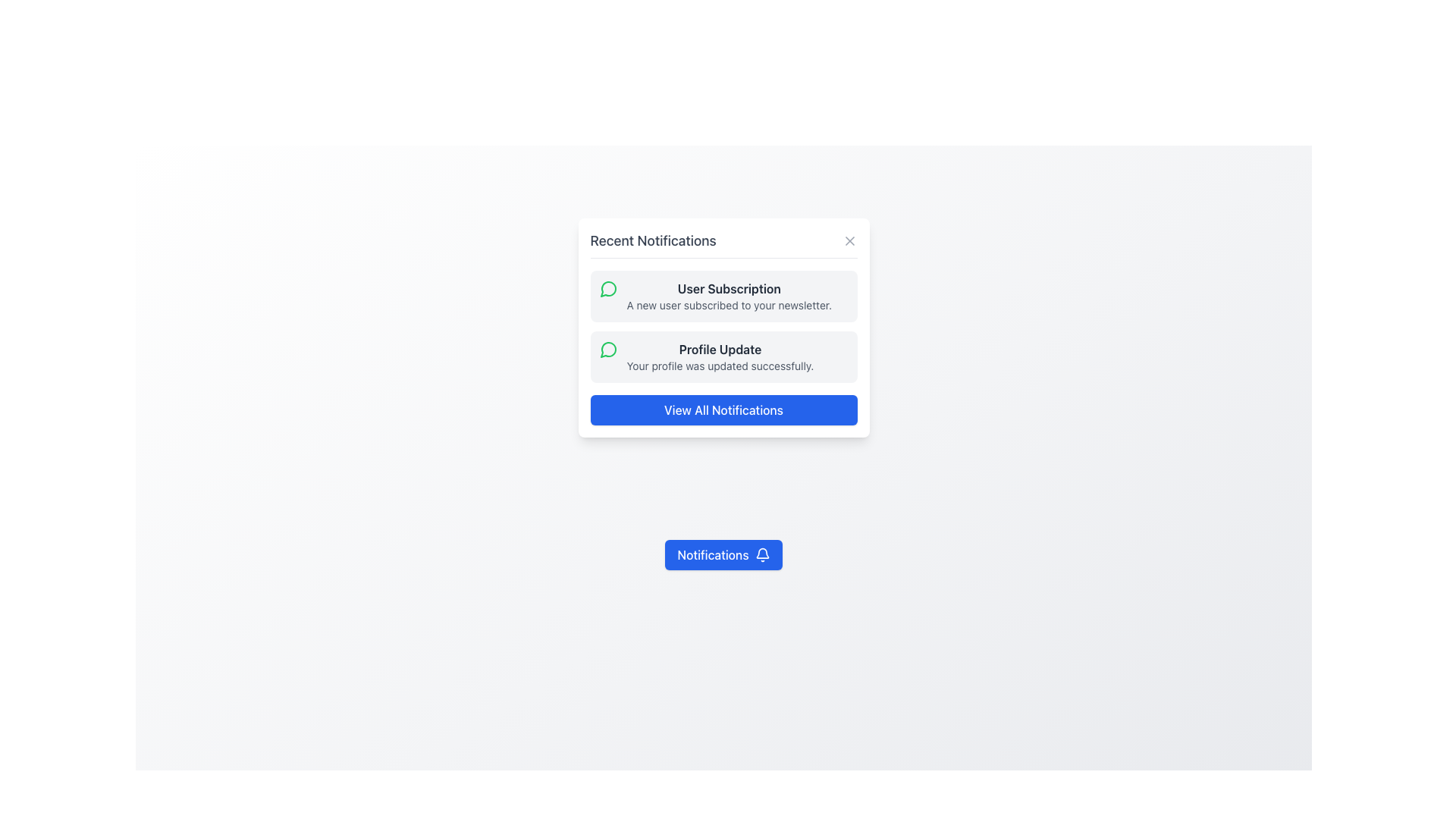 The height and width of the screenshot is (819, 1456). What do you see at coordinates (608, 289) in the screenshot?
I see `the first icon in the left part of the 'User Subscription' notification card` at bounding box center [608, 289].